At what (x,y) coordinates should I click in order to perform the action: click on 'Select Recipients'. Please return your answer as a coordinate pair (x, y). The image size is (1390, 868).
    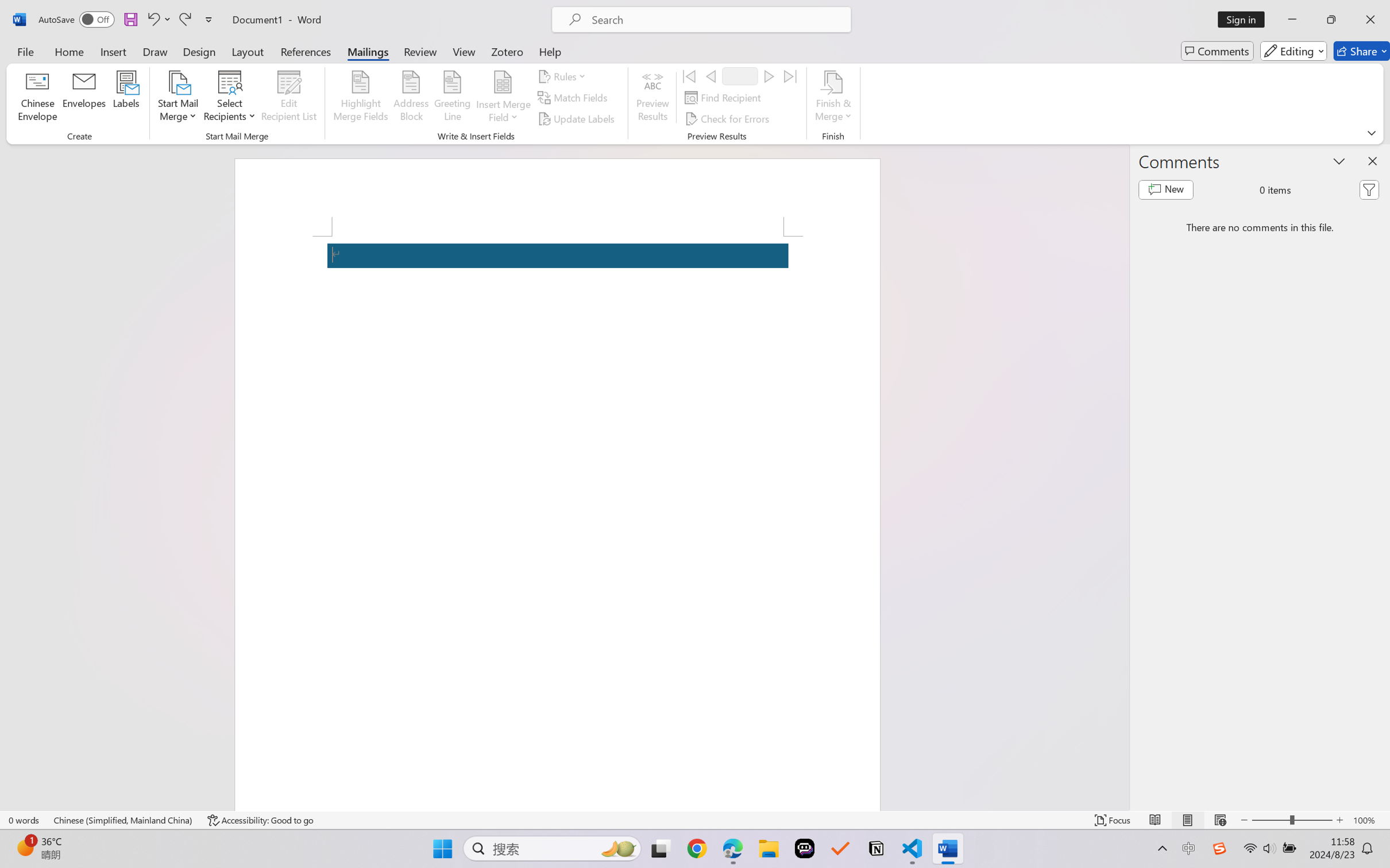
    Looking at the image, I should click on (229, 98).